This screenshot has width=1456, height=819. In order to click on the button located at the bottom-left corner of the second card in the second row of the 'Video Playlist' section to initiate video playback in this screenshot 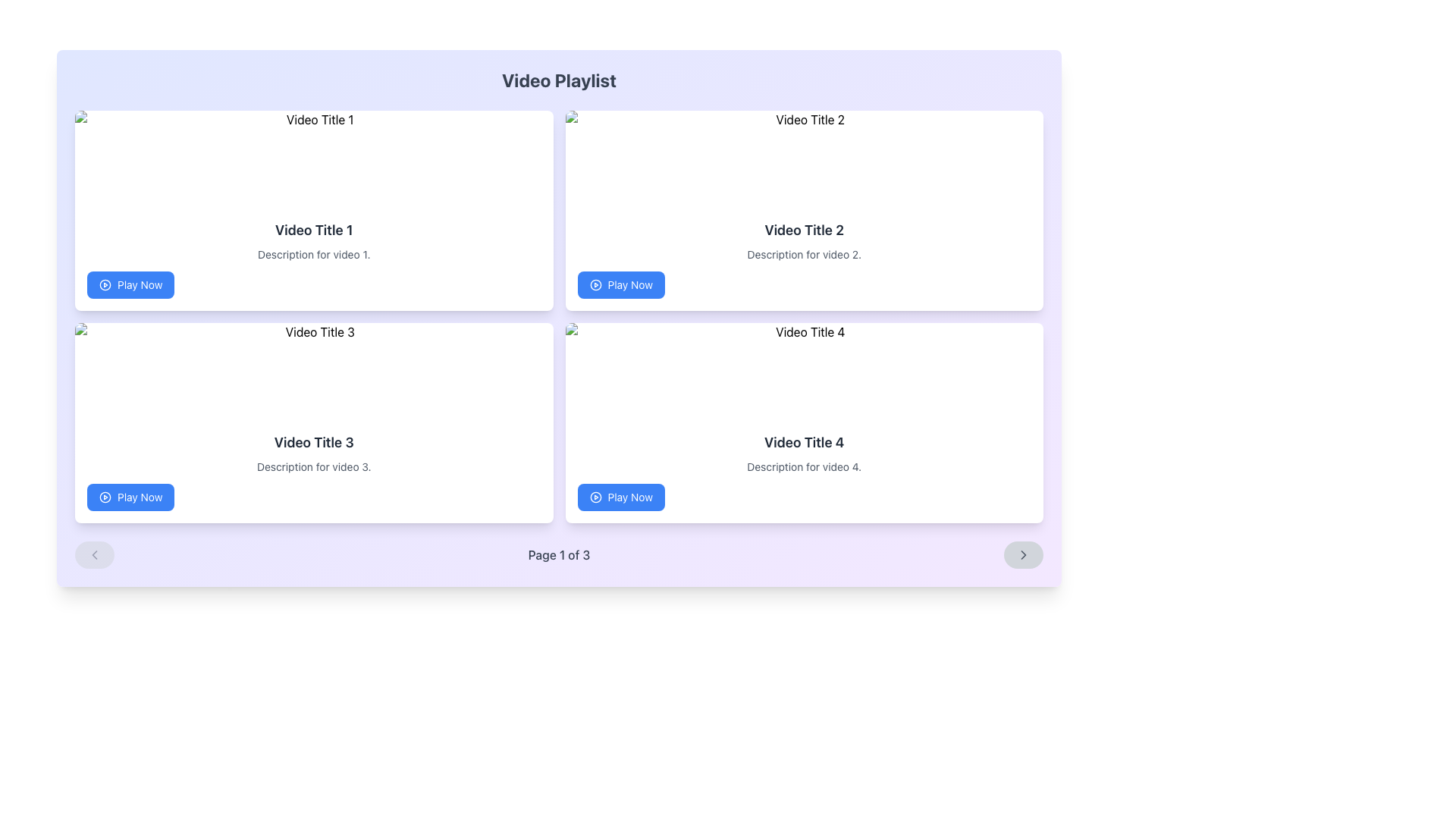, I will do `click(621, 284)`.